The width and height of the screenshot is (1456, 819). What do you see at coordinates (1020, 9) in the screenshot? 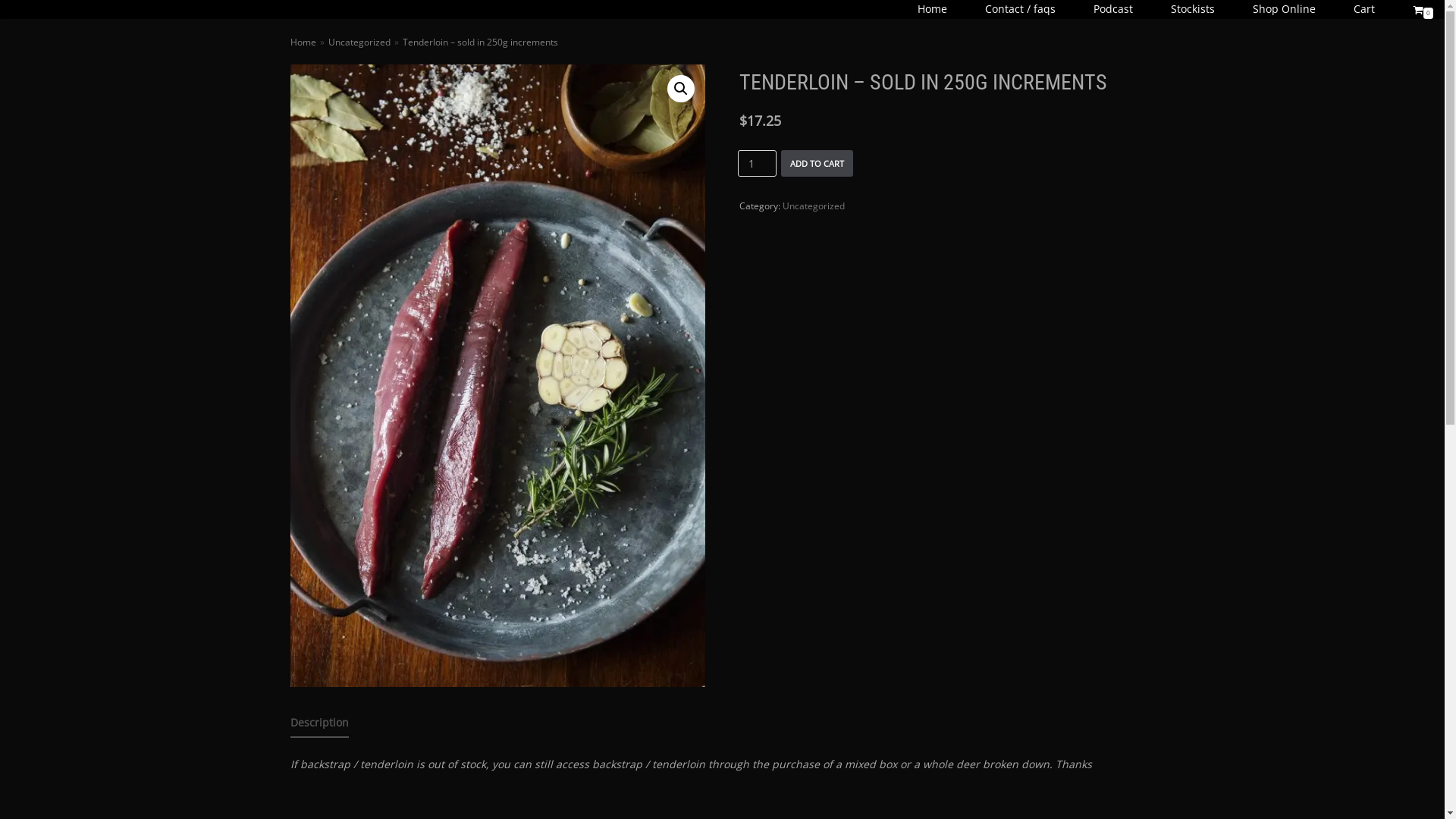
I see `'Contact / faqs'` at bounding box center [1020, 9].